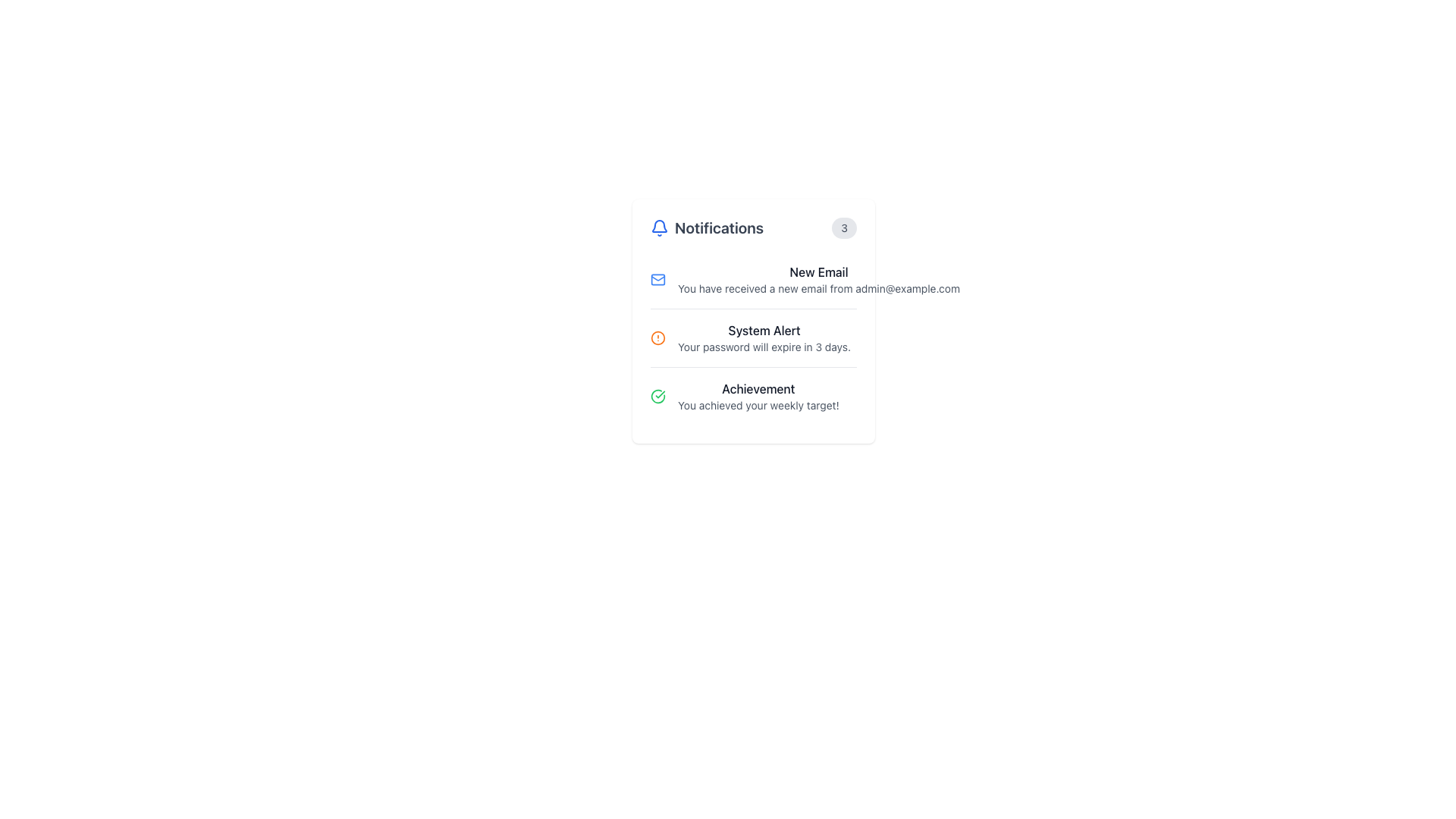 This screenshot has height=819, width=1456. Describe the element at coordinates (753, 336) in the screenshot. I see `the second notification entry labeled 'System Alert' that contains a warning icon and a message about password expiration` at that location.